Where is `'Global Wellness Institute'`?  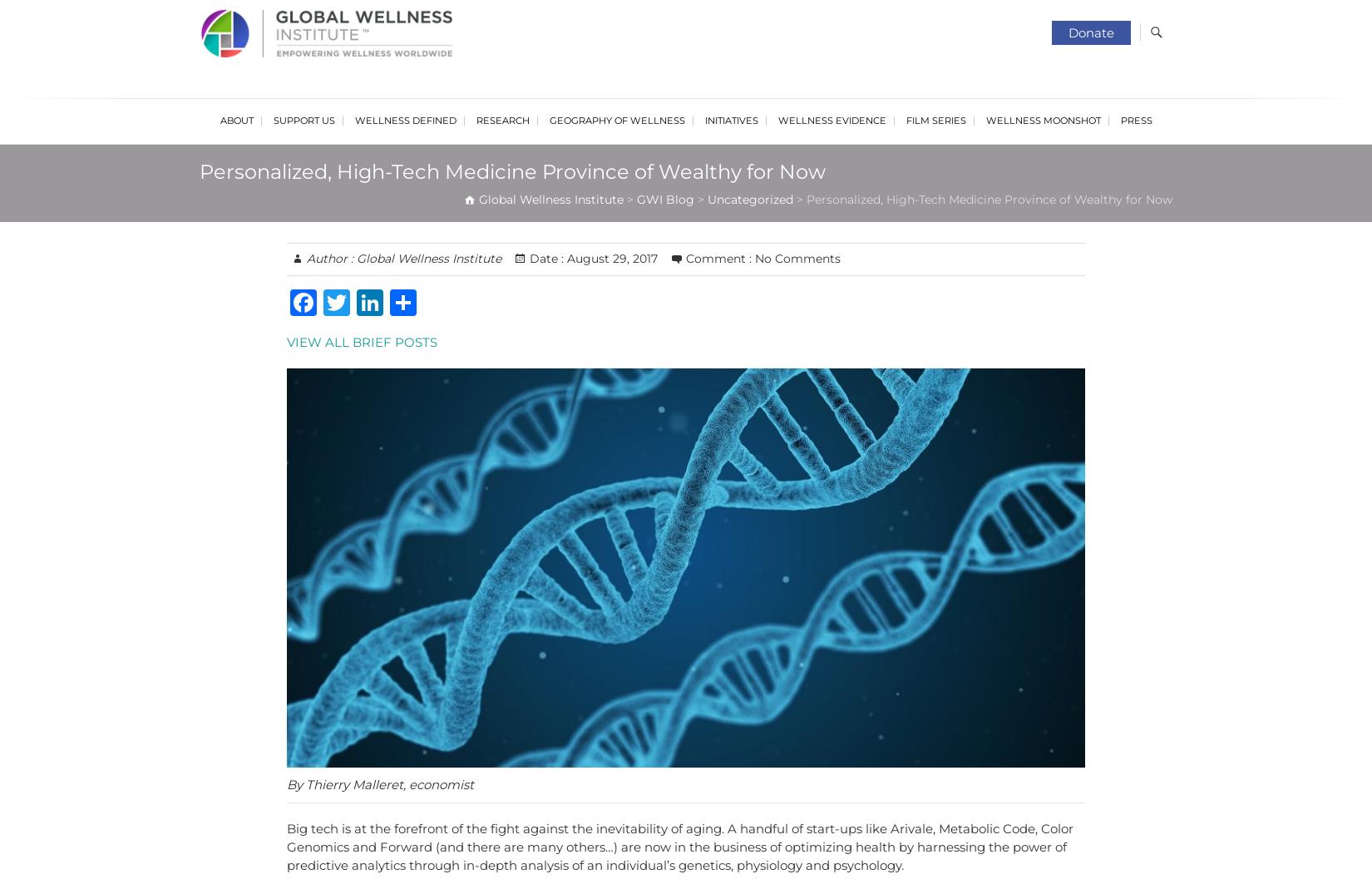
'Global Wellness Institute' is located at coordinates (426, 257).